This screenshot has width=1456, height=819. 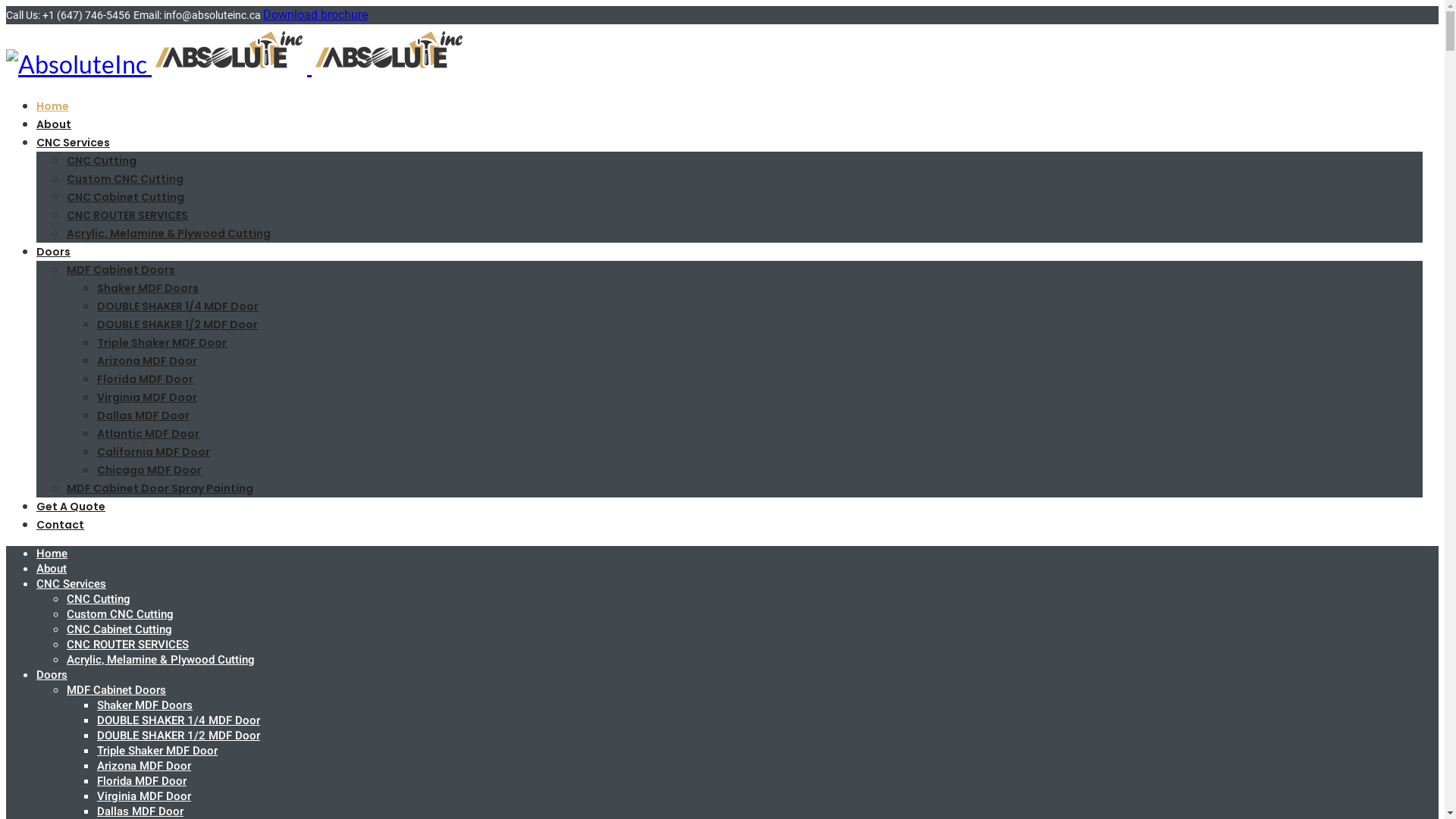 What do you see at coordinates (96, 734) in the screenshot?
I see `'DOUBLE SHAKER 1/2 MDF Door'` at bounding box center [96, 734].